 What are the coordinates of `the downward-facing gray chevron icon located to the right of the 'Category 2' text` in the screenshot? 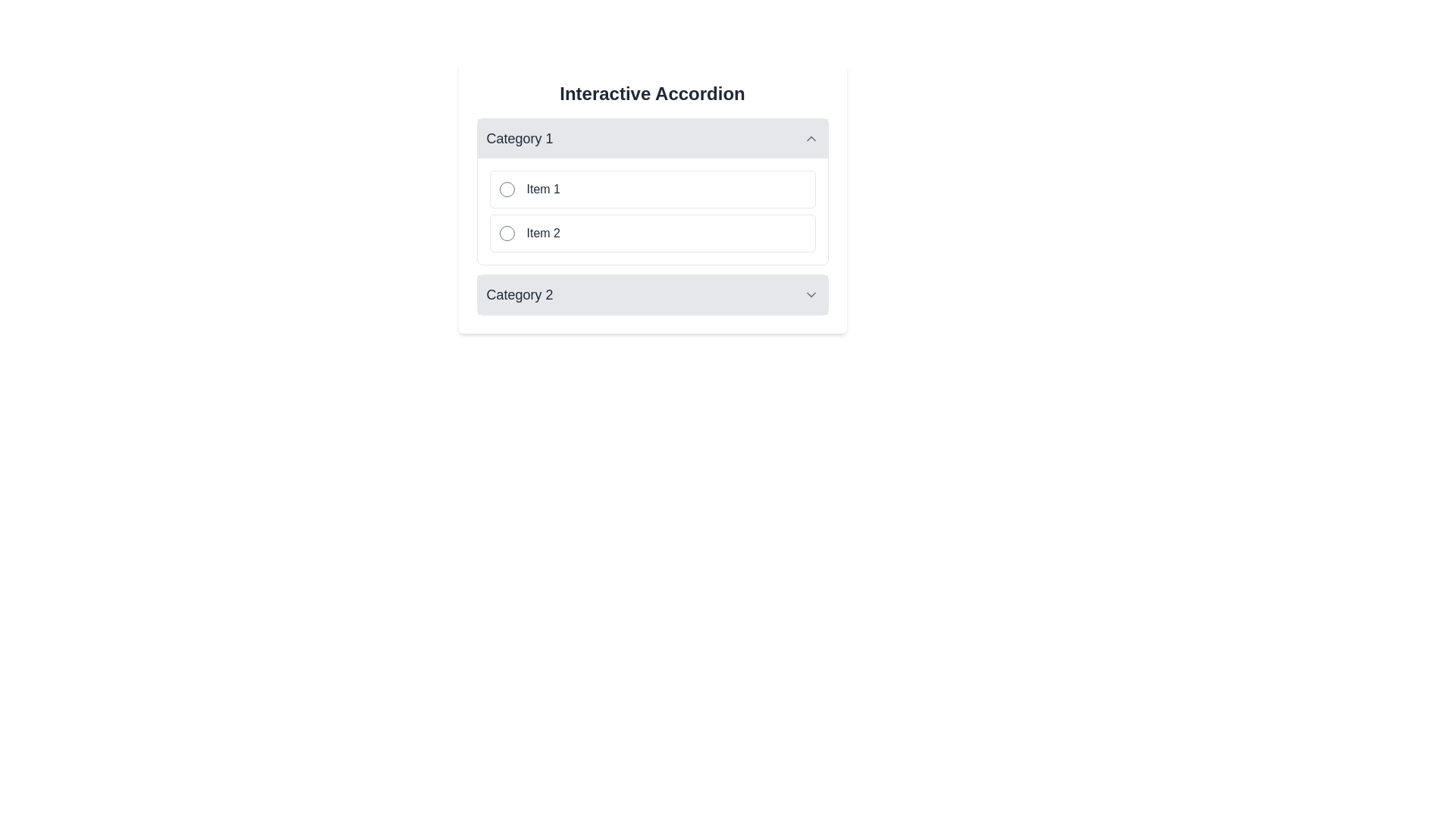 It's located at (810, 295).